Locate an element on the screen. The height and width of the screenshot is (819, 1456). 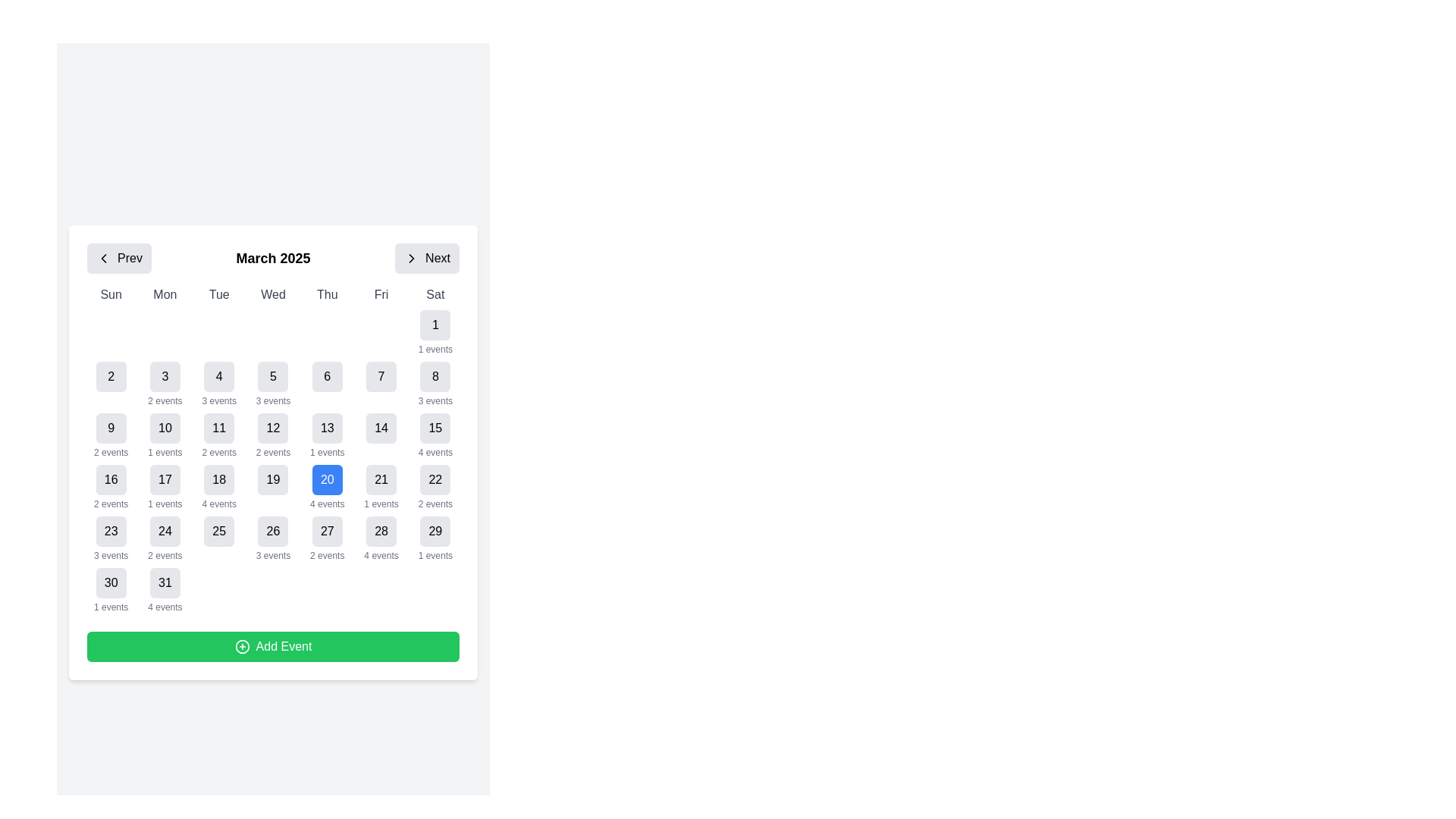
the calendar date button labeled '23', which is a rounded square light gray button that changes is located at coordinates (110, 531).